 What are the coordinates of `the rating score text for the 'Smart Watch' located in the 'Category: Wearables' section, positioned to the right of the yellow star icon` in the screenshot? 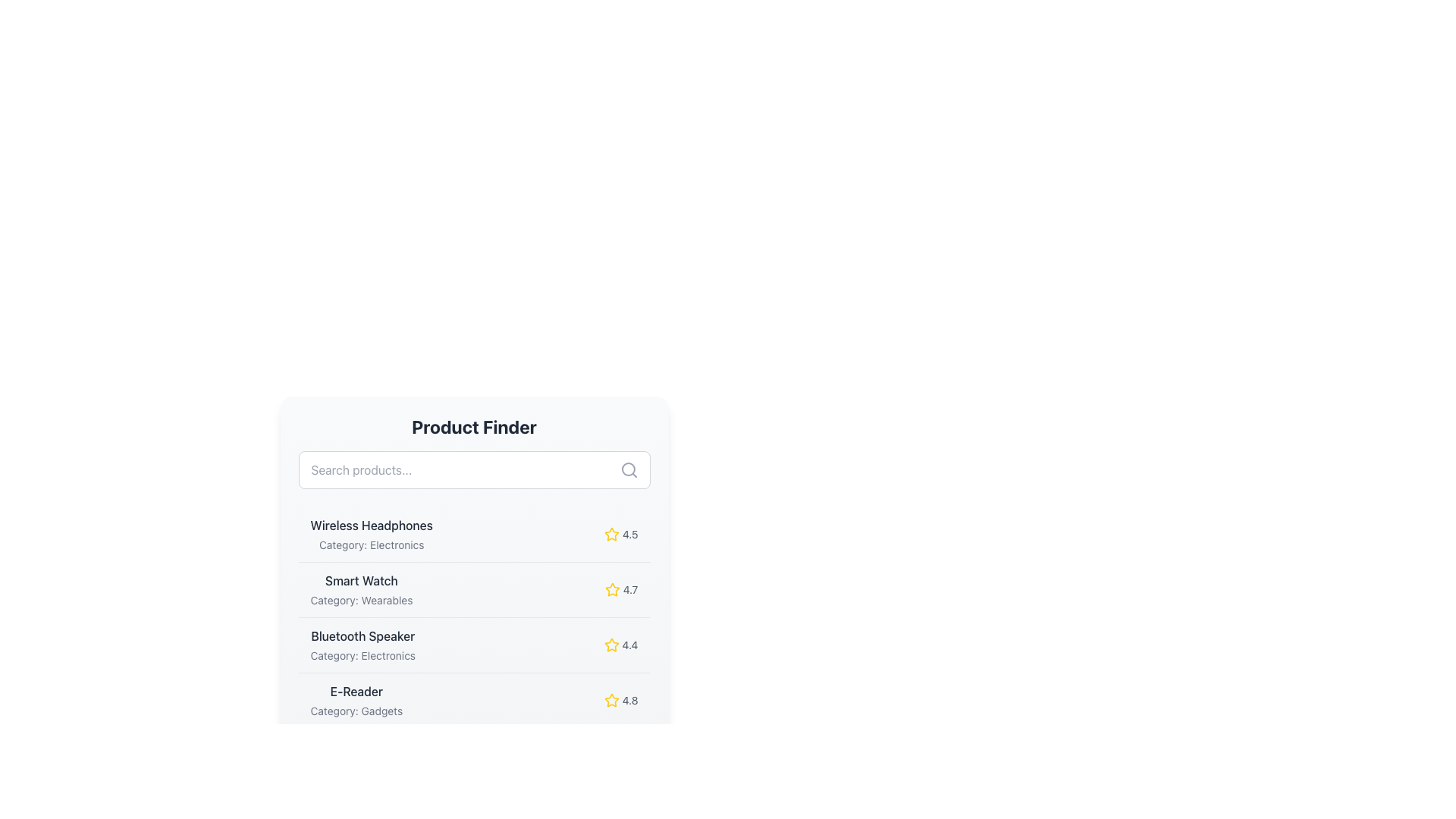 It's located at (630, 589).